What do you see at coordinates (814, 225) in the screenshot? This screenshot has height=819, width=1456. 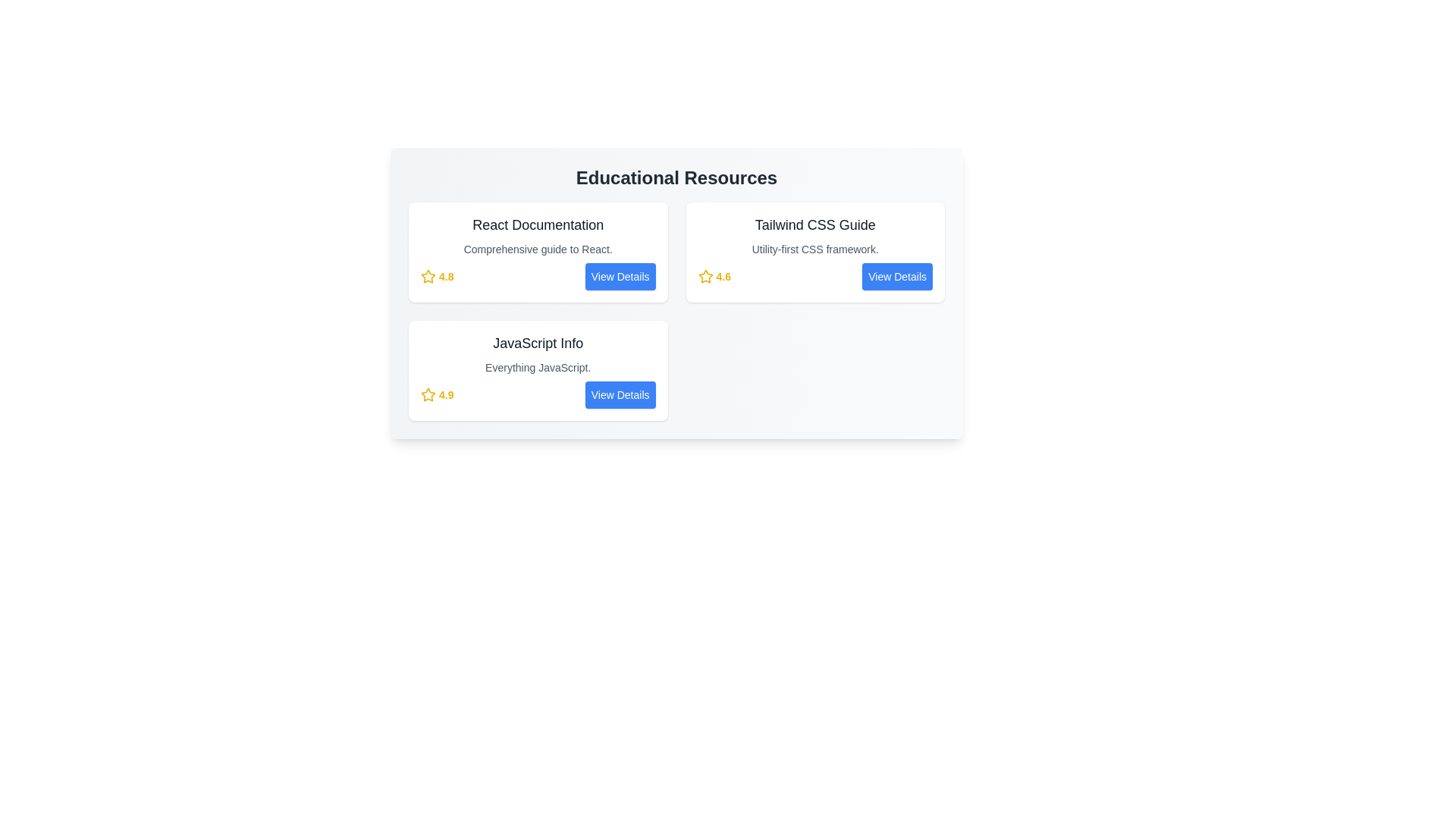 I see `the title of the resource Tailwind CSS Guide` at bounding box center [814, 225].